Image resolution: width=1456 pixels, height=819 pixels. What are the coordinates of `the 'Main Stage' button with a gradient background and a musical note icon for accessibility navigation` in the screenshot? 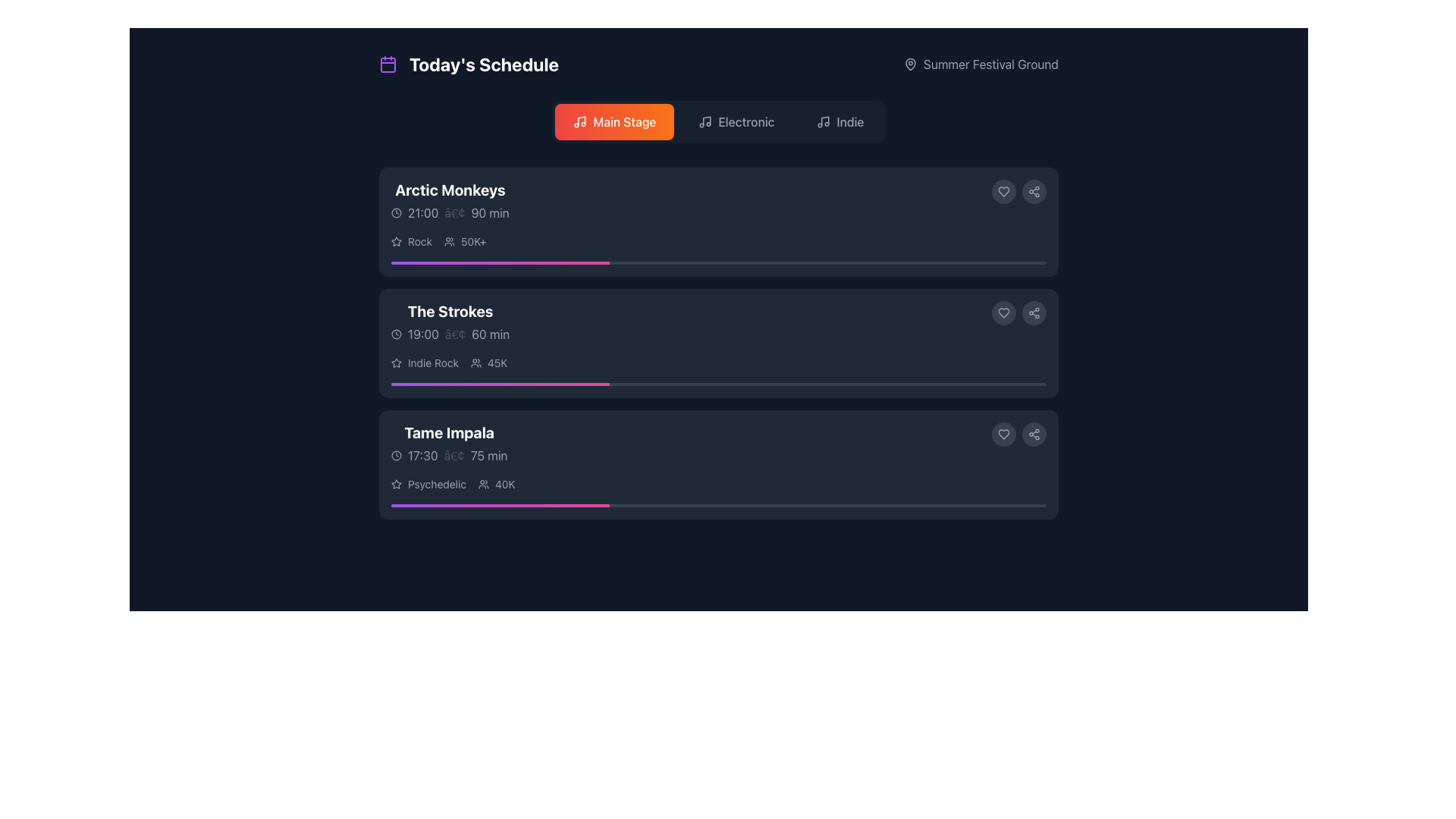 It's located at (615, 121).